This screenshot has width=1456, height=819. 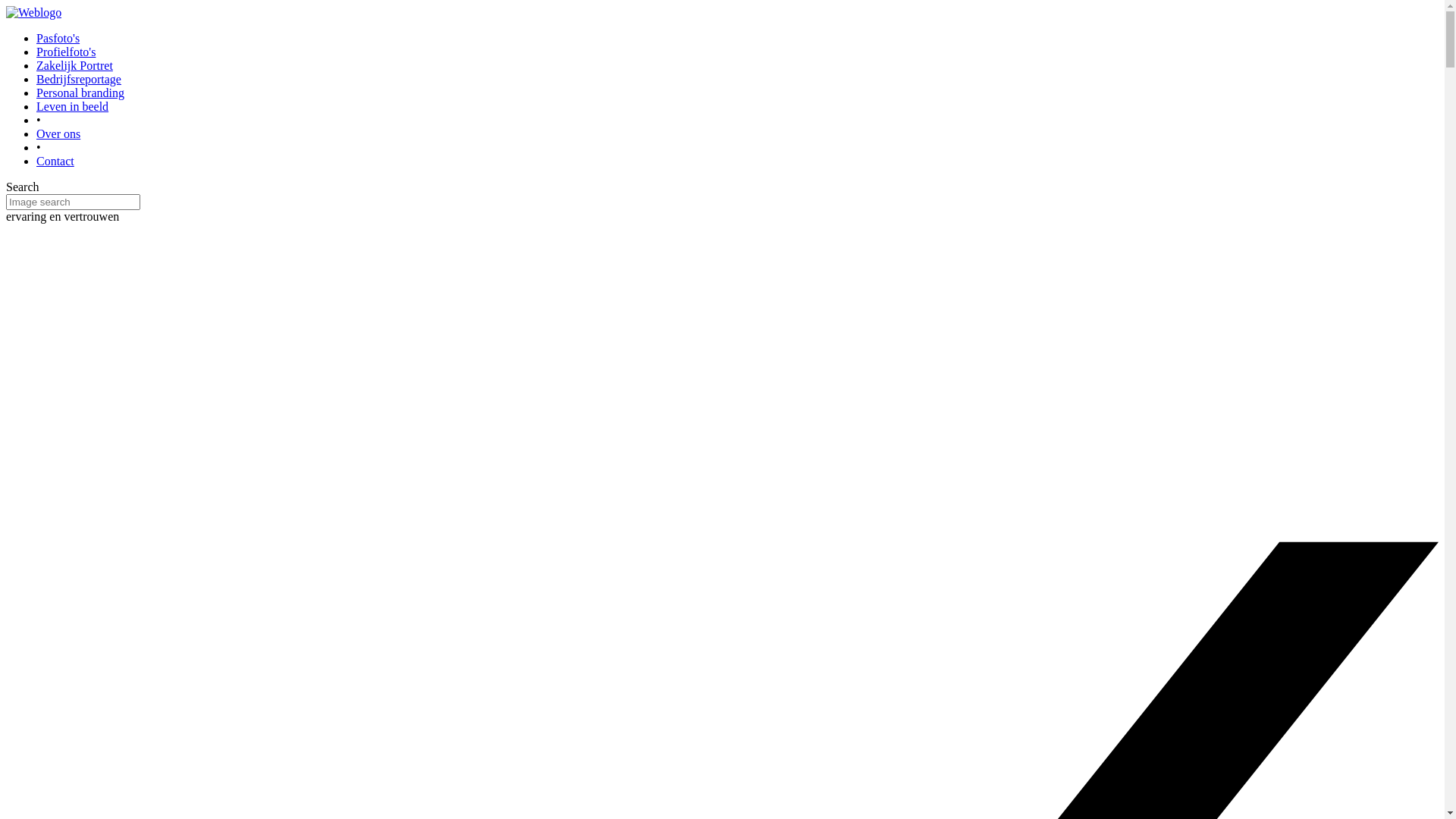 What do you see at coordinates (36, 105) in the screenshot?
I see `'Leven in beeld'` at bounding box center [36, 105].